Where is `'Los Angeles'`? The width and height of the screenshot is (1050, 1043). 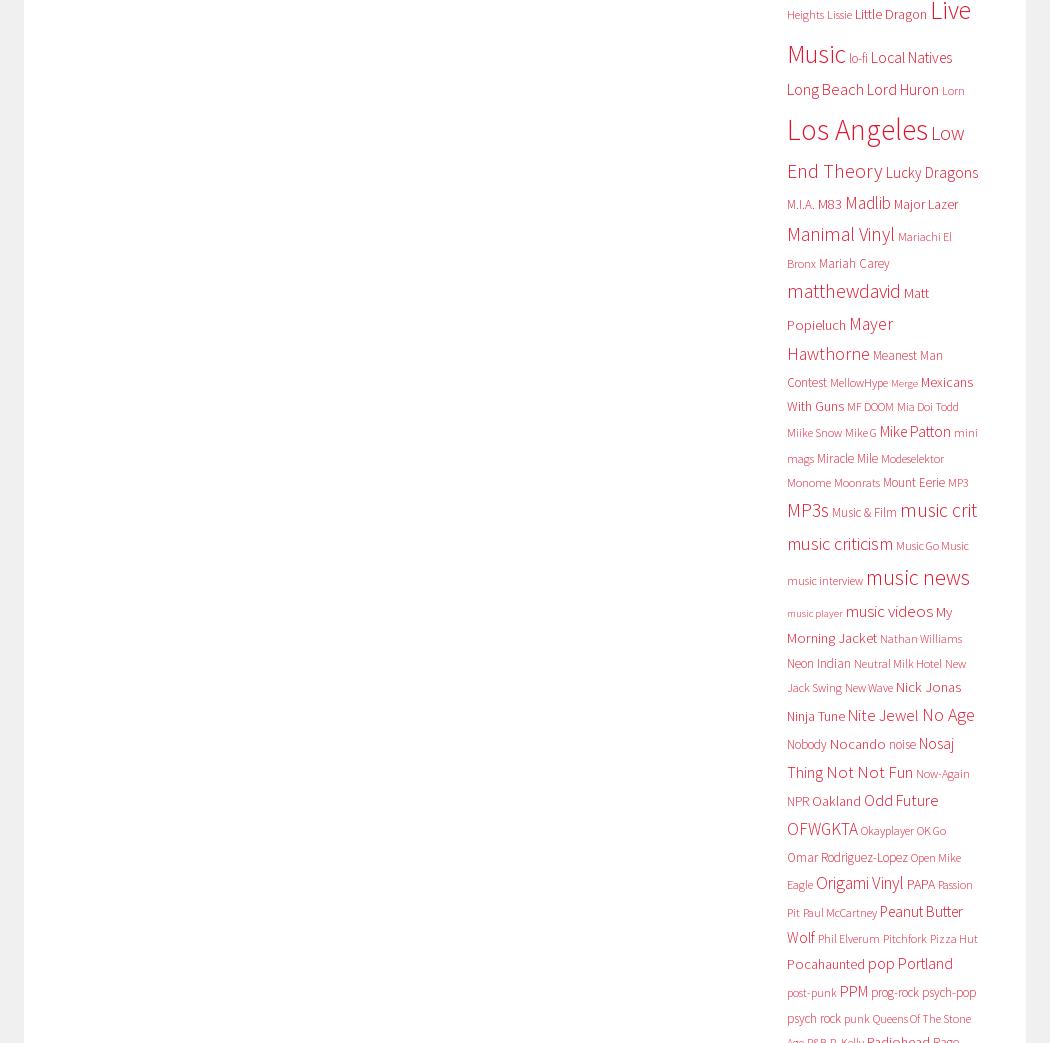 'Los Angeles' is located at coordinates (856, 128).